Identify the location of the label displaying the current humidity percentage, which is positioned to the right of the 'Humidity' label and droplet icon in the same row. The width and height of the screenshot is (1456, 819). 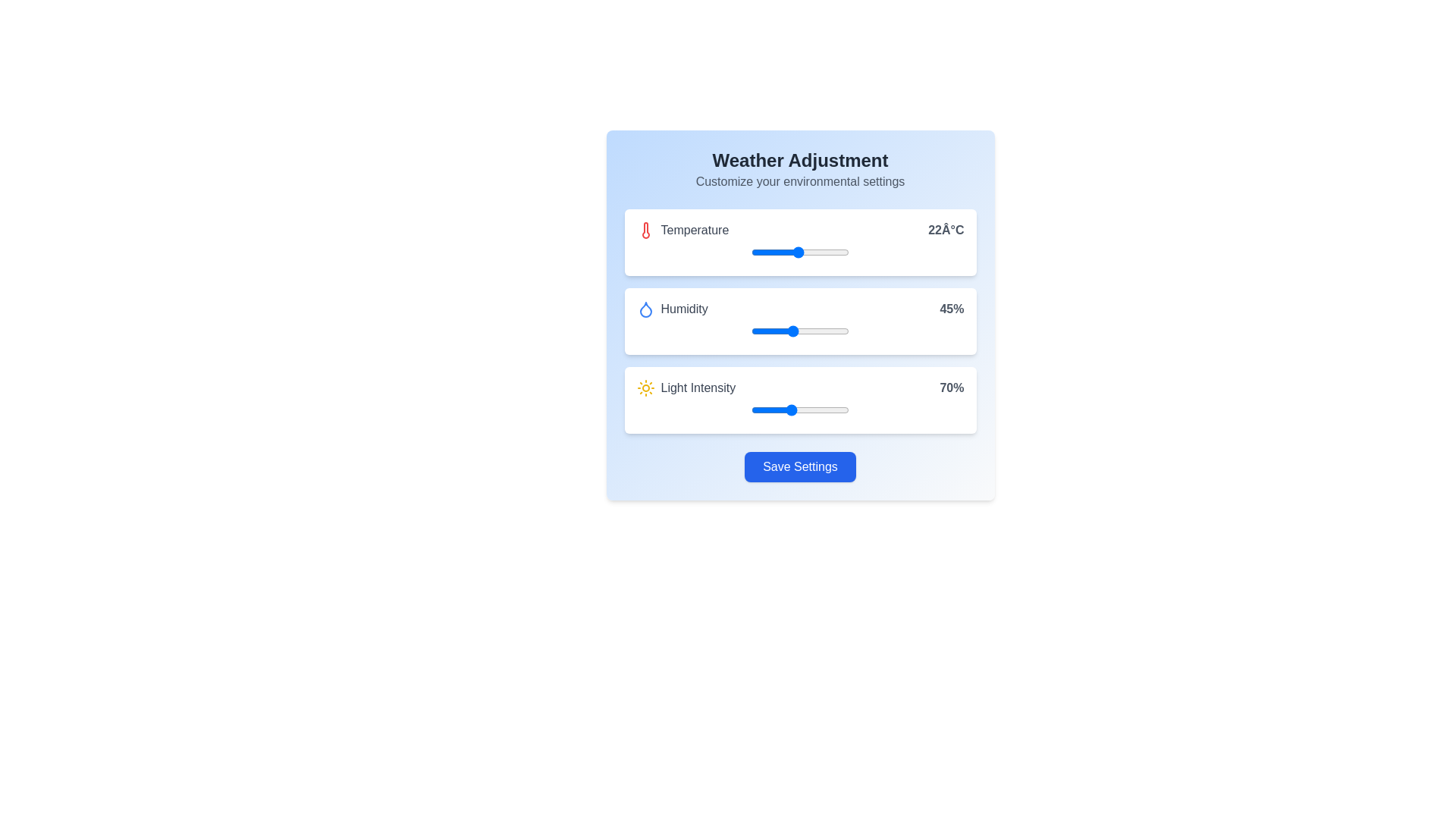
(951, 309).